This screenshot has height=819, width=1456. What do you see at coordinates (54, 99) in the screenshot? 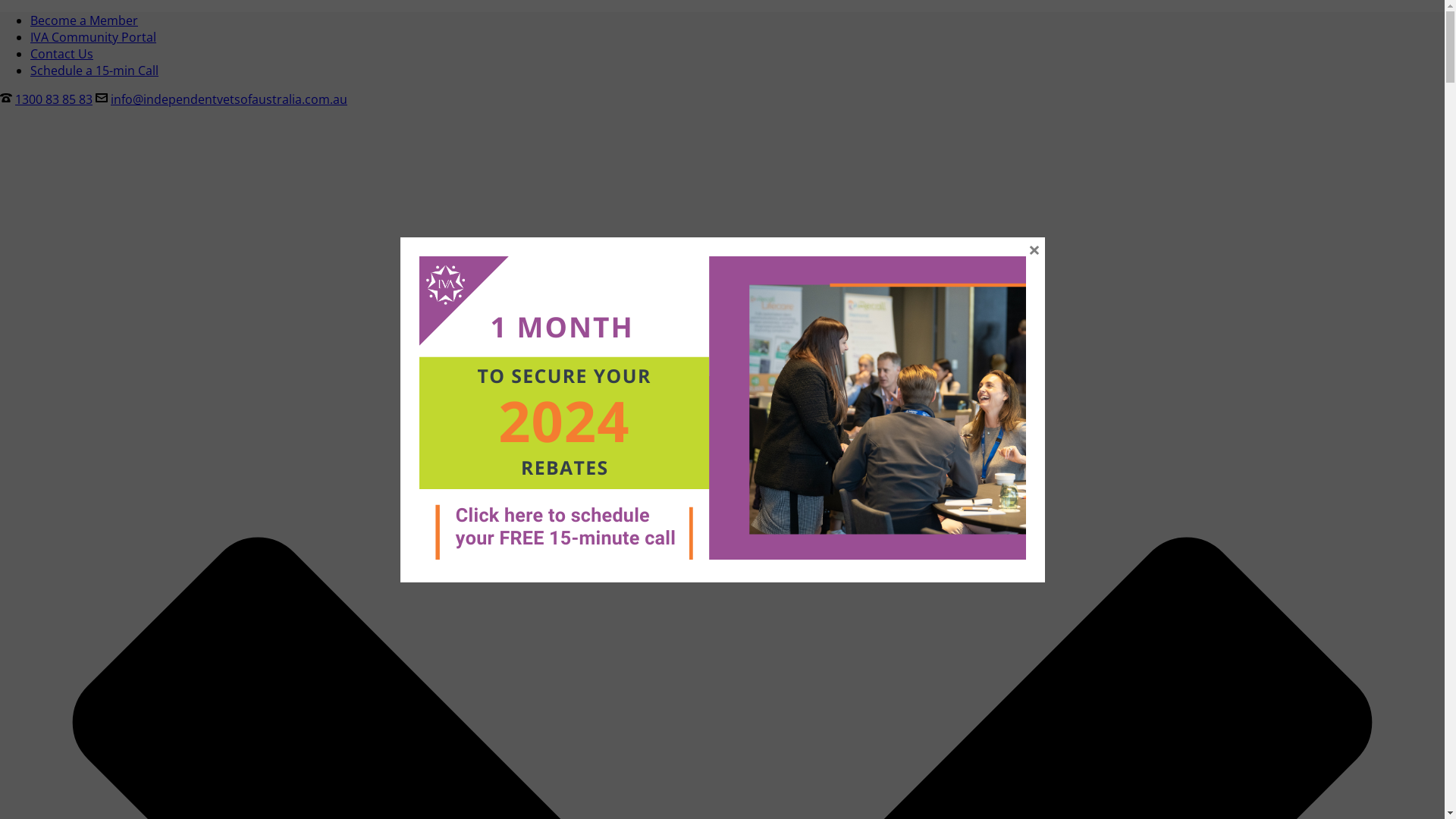
I see `'1300 83 85 83'` at bounding box center [54, 99].